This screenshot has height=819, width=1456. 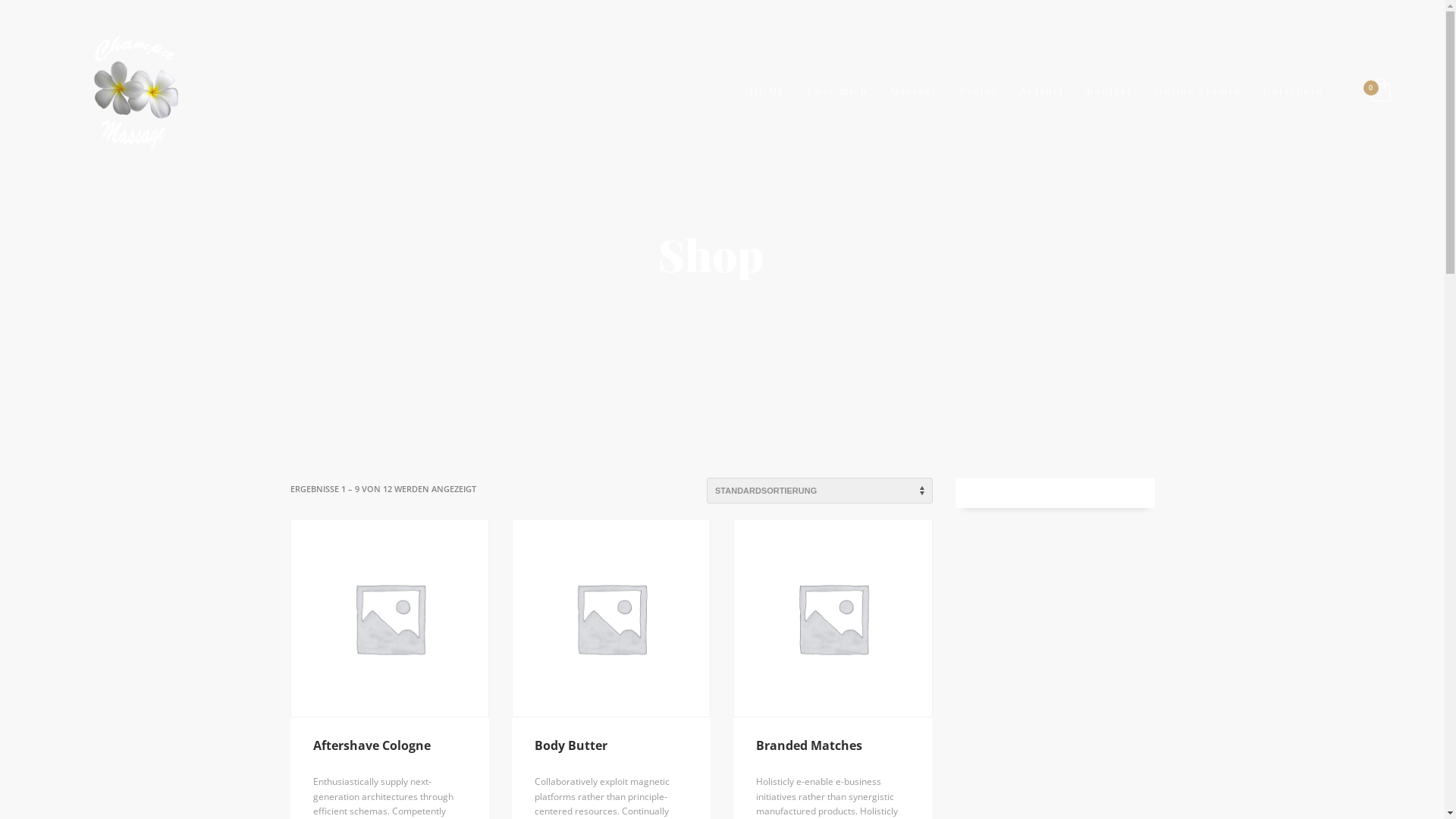 I want to click on 'Online Termin', so click(x=1146, y=90).